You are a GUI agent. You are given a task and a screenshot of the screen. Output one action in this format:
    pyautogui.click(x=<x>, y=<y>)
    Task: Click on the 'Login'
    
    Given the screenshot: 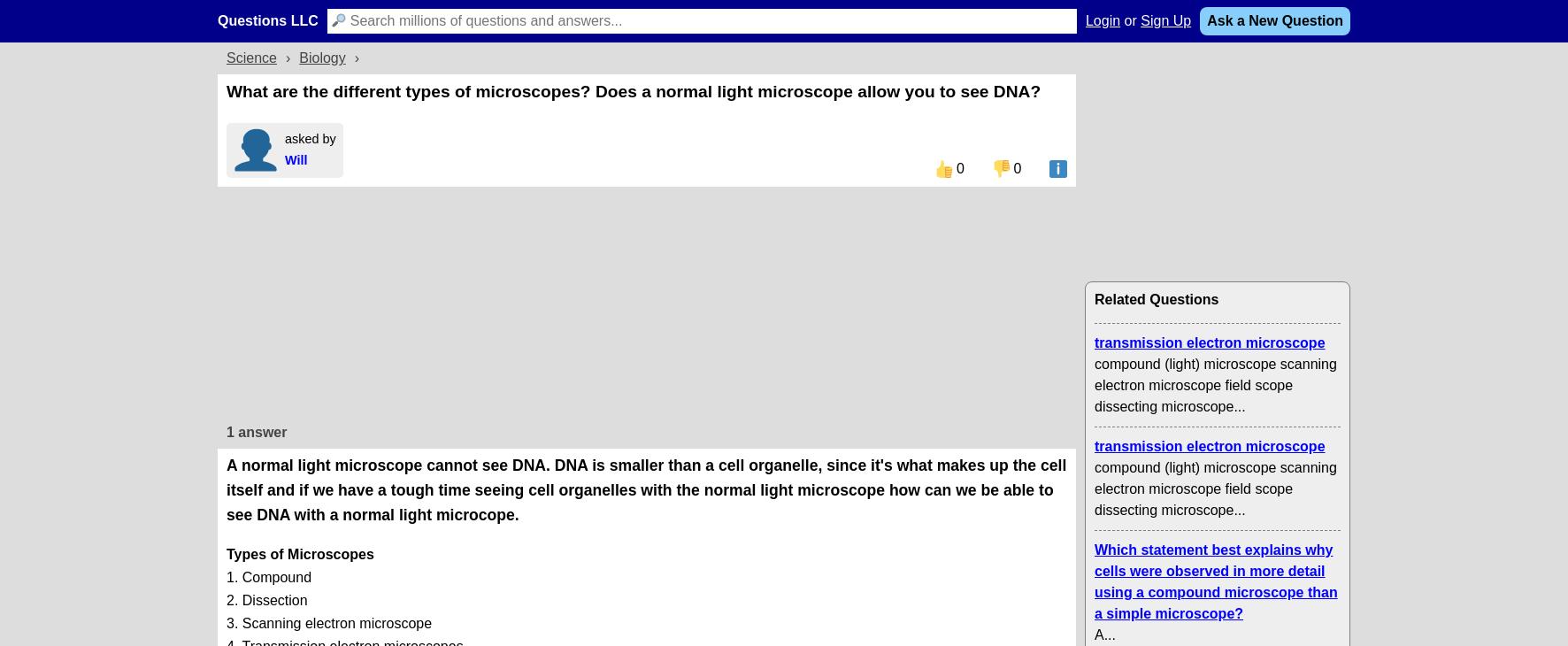 What is the action you would take?
    pyautogui.click(x=1103, y=19)
    